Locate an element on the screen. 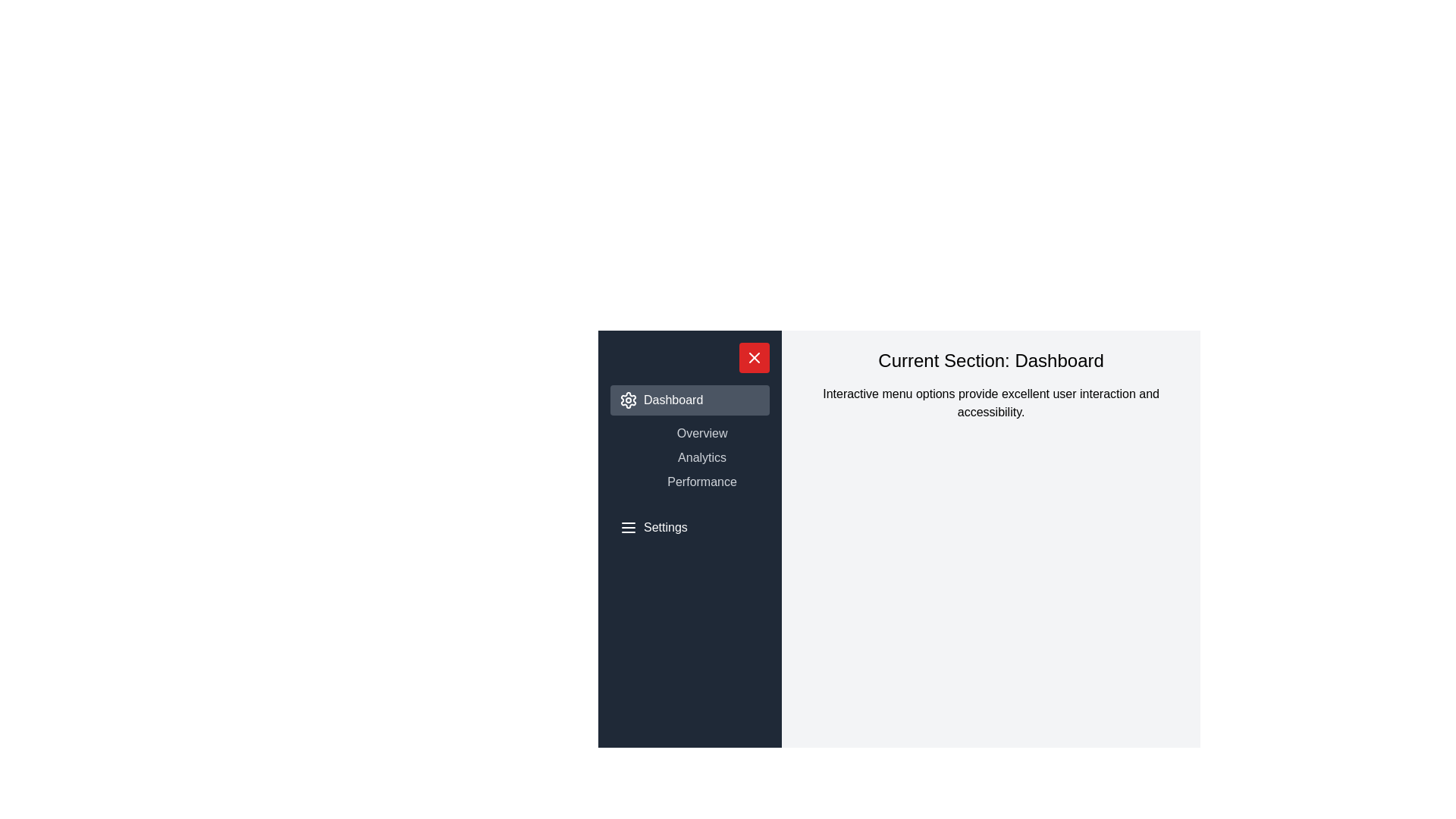 This screenshot has height=819, width=1456. the 'Overview' navigation item located in the sidebar under the 'Dashboard' expandable menu is located at coordinates (689, 439).